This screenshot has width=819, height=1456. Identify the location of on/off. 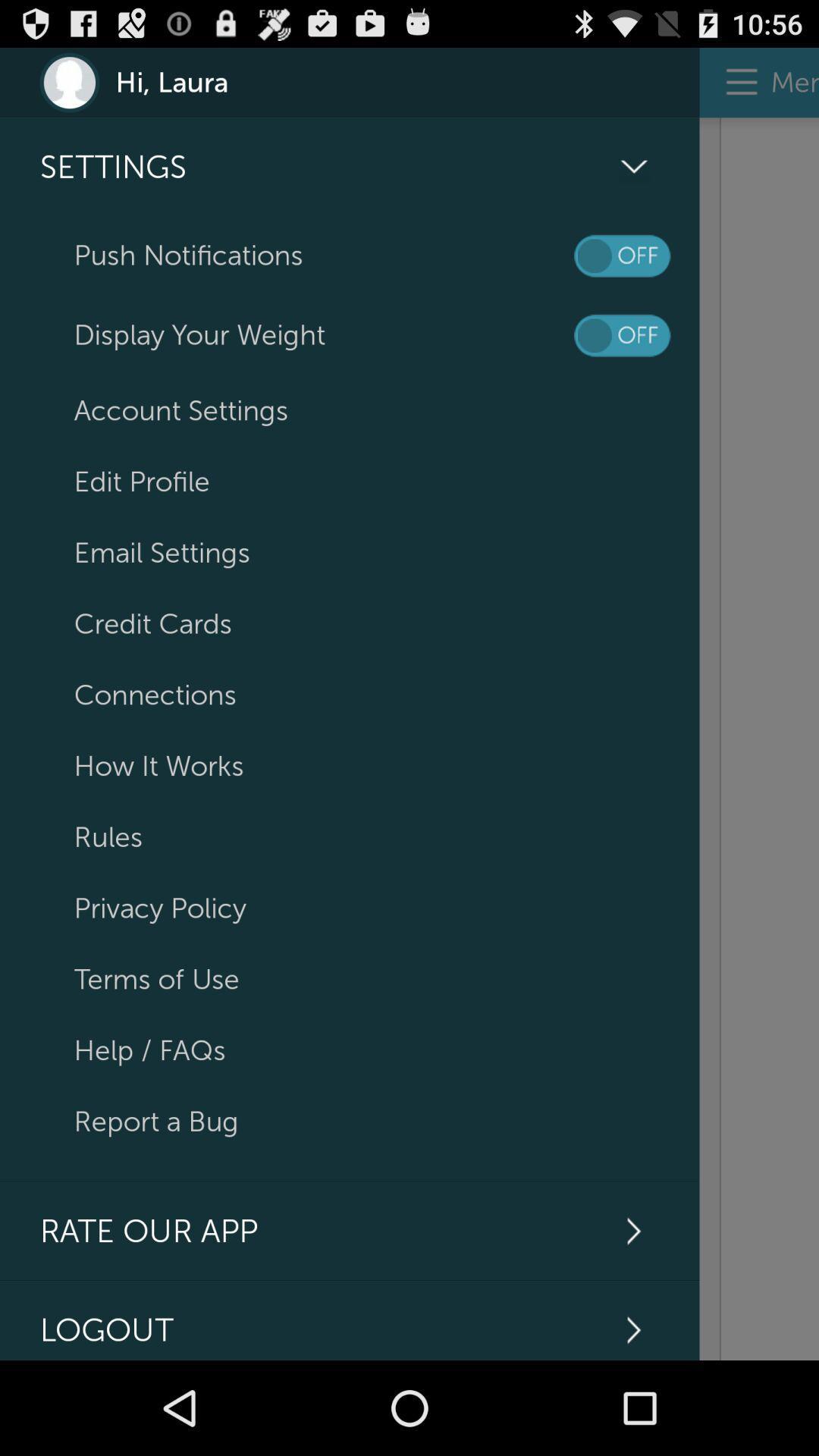
(622, 256).